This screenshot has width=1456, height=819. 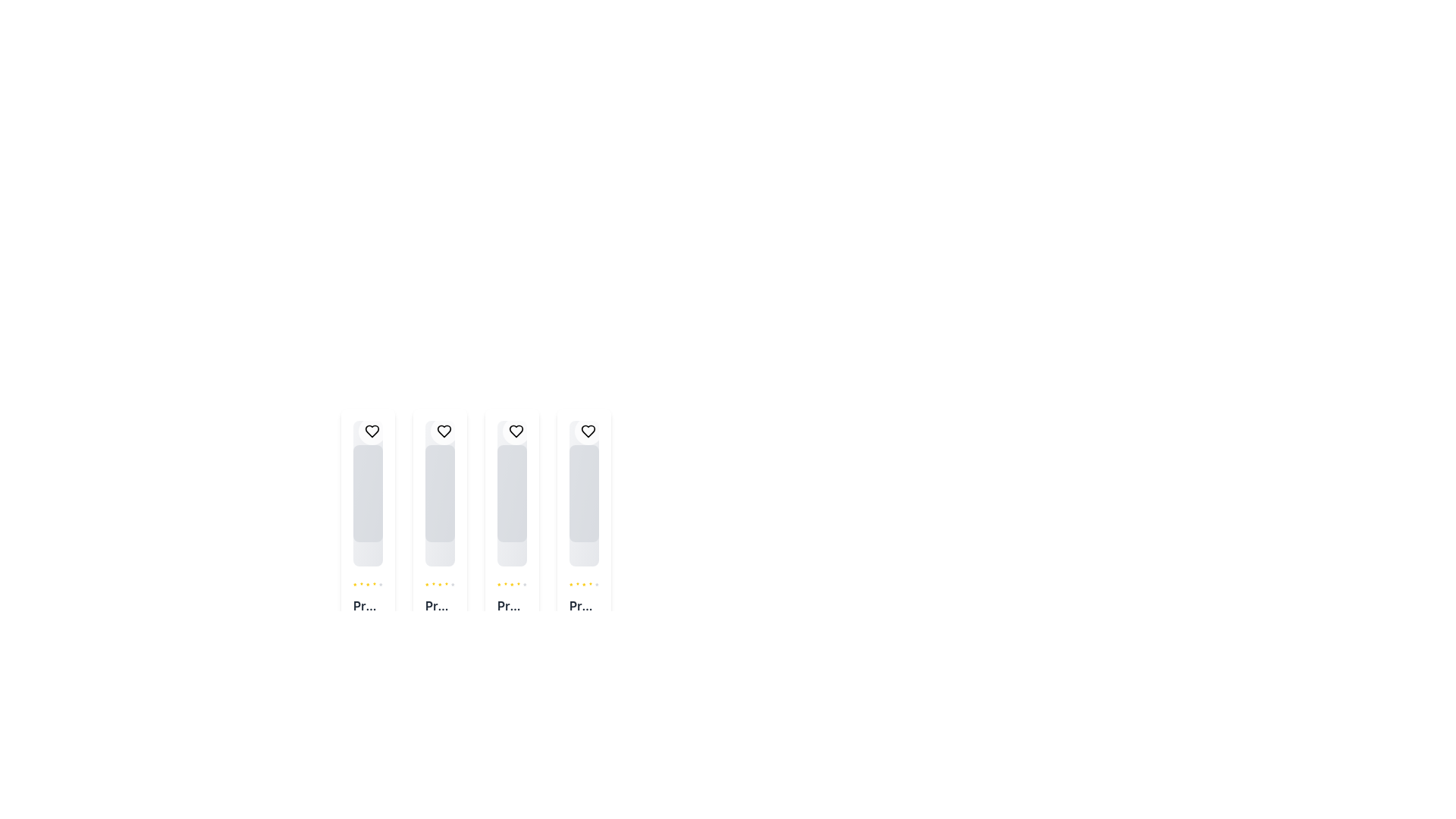 I want to click on the heart-shaped icon button with a thin black outline, located in the top-center area of the third item card, to mark it as a favorite, so click(x=516, y=431).